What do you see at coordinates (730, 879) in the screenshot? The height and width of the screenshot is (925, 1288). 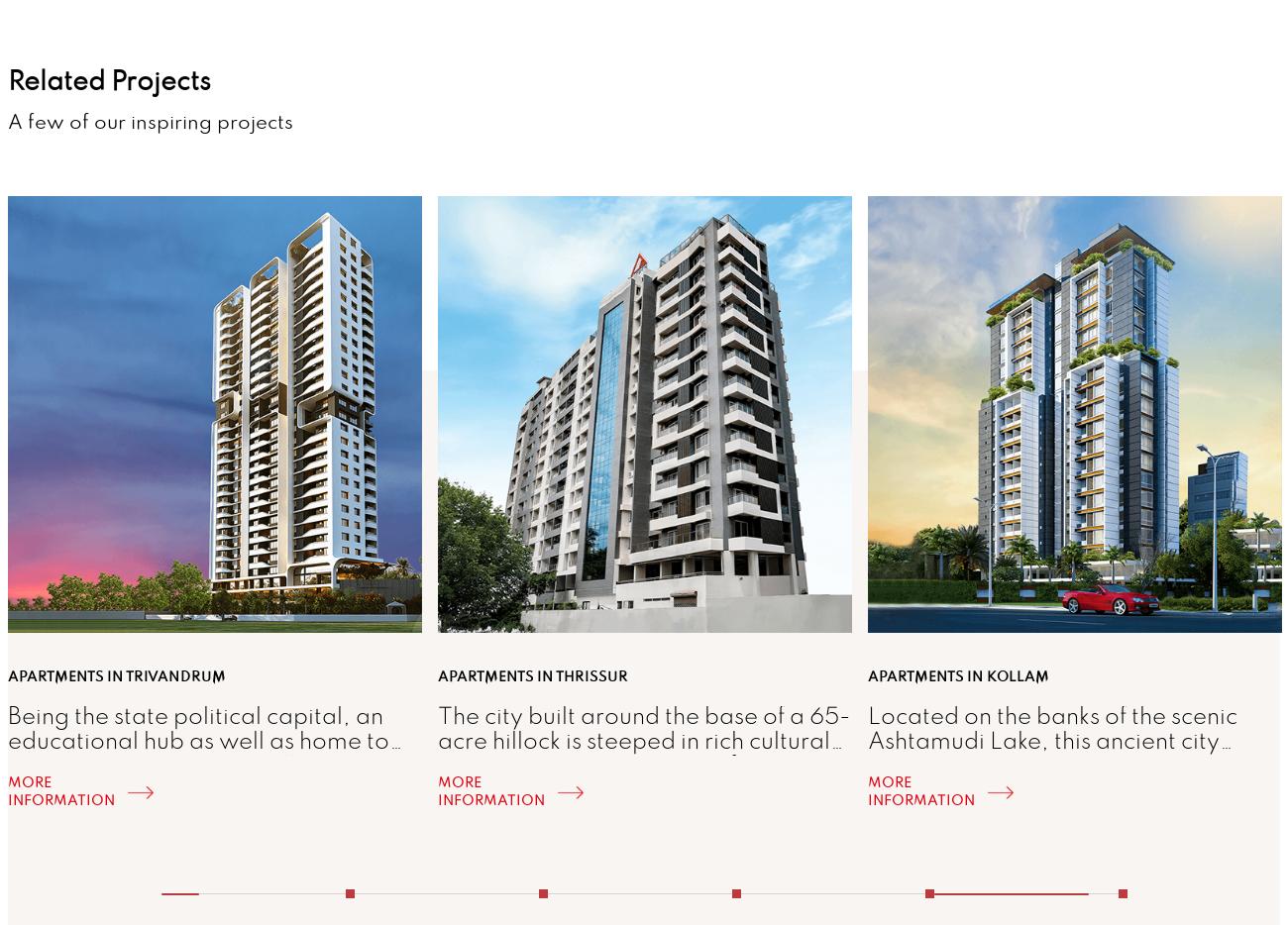 I see `'3'` at bounding box center [730, 879].